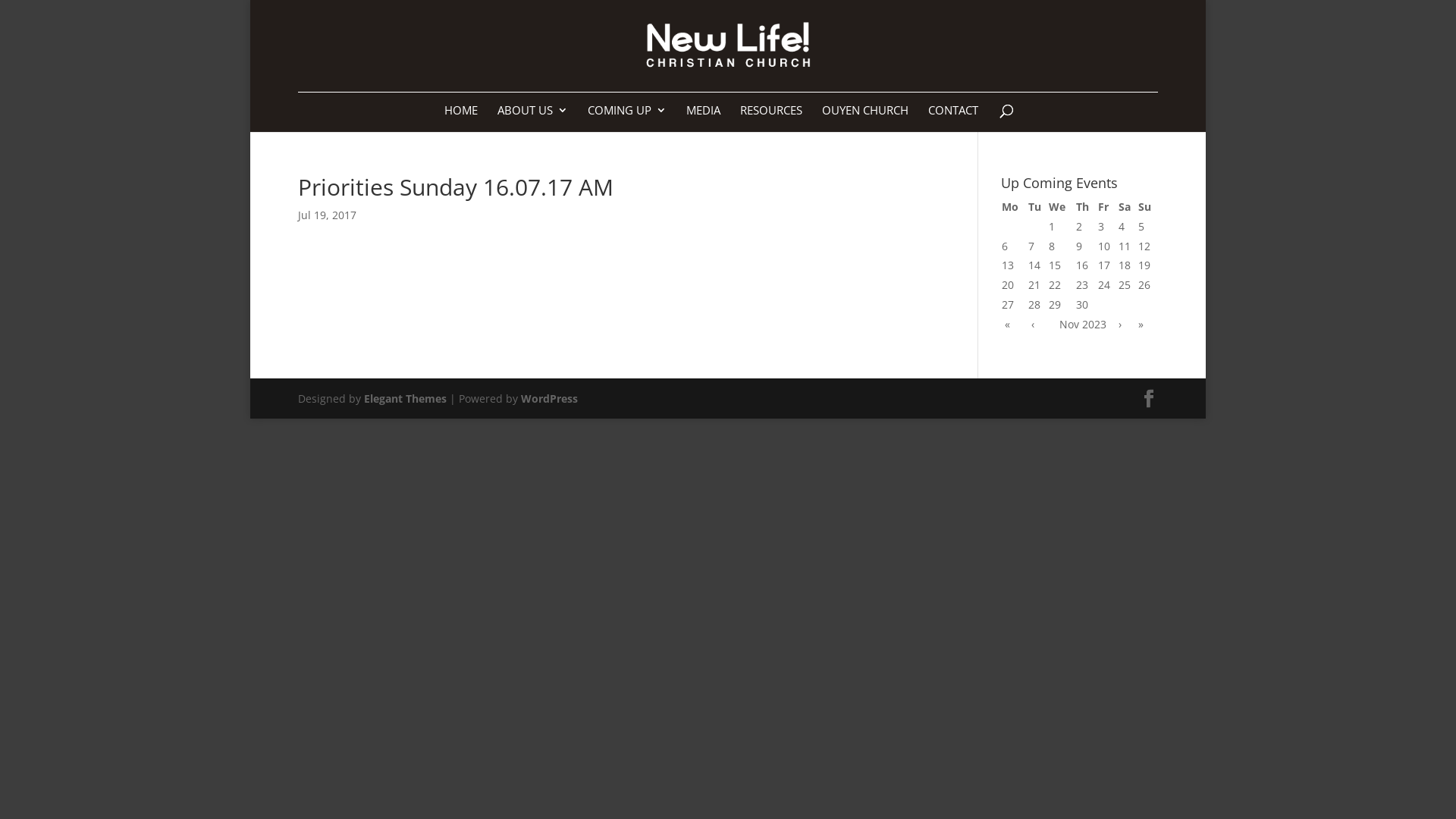 The image size is (1456, 819). I want to click on 'RESOURCES', so click(771, 117).